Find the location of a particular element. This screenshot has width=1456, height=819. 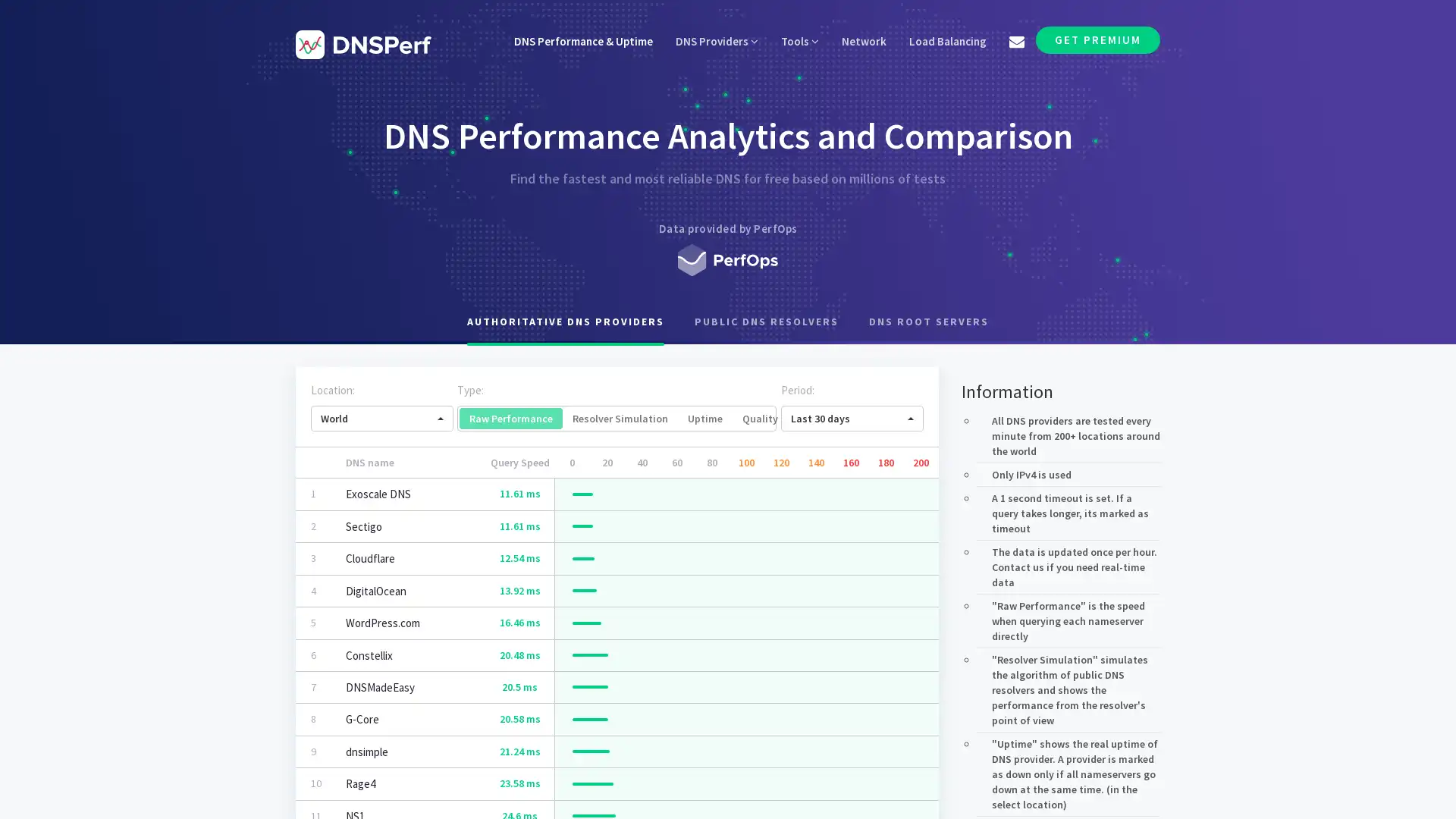

Resolver Simulation is located at coordinates (620, 418).